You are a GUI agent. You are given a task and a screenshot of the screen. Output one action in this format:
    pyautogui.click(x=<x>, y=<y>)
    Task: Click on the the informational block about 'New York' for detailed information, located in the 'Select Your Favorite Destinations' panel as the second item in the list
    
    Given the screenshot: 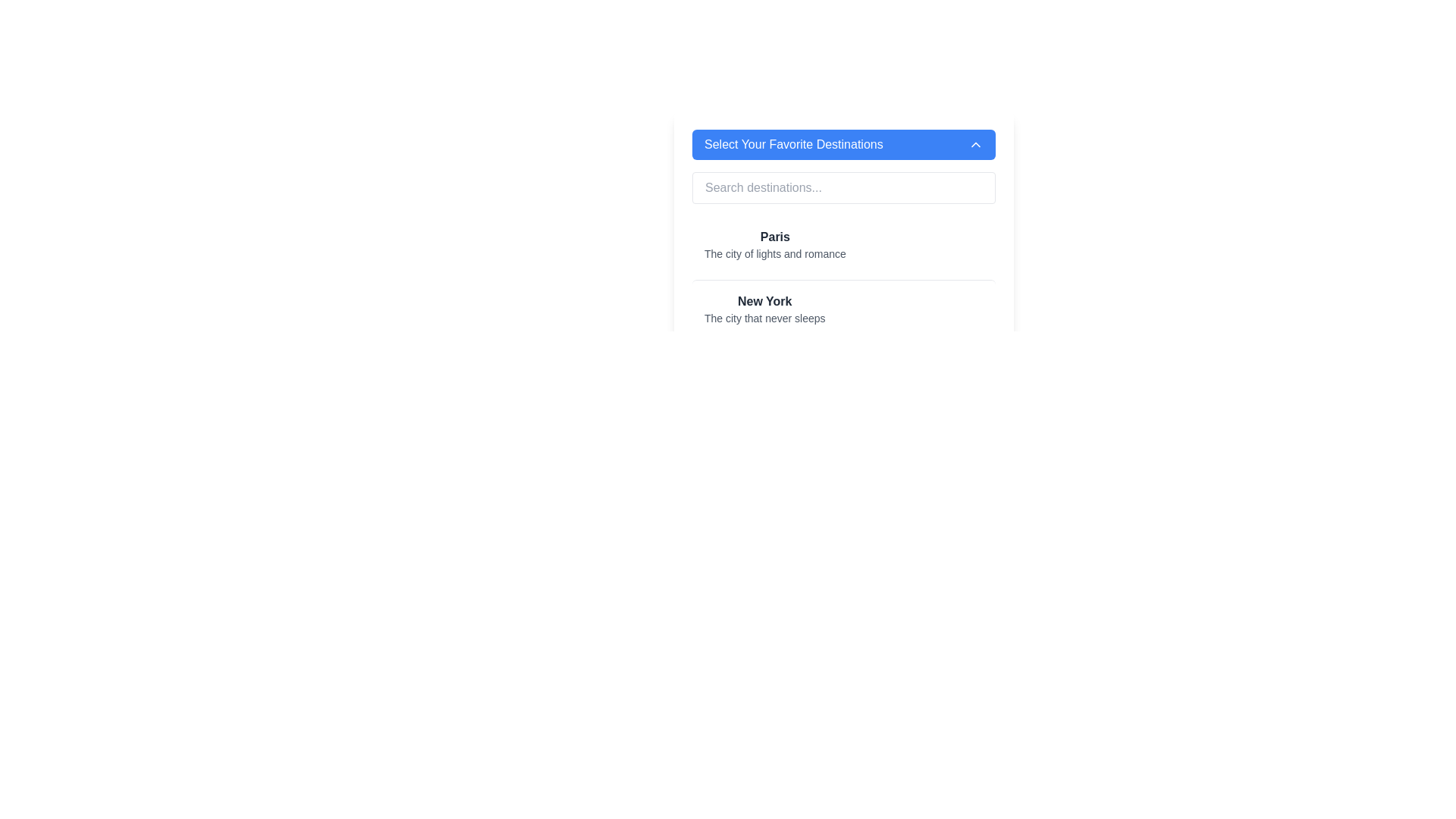 What is the action you would take?
    pyautogui.click(x=843, y=308)
    